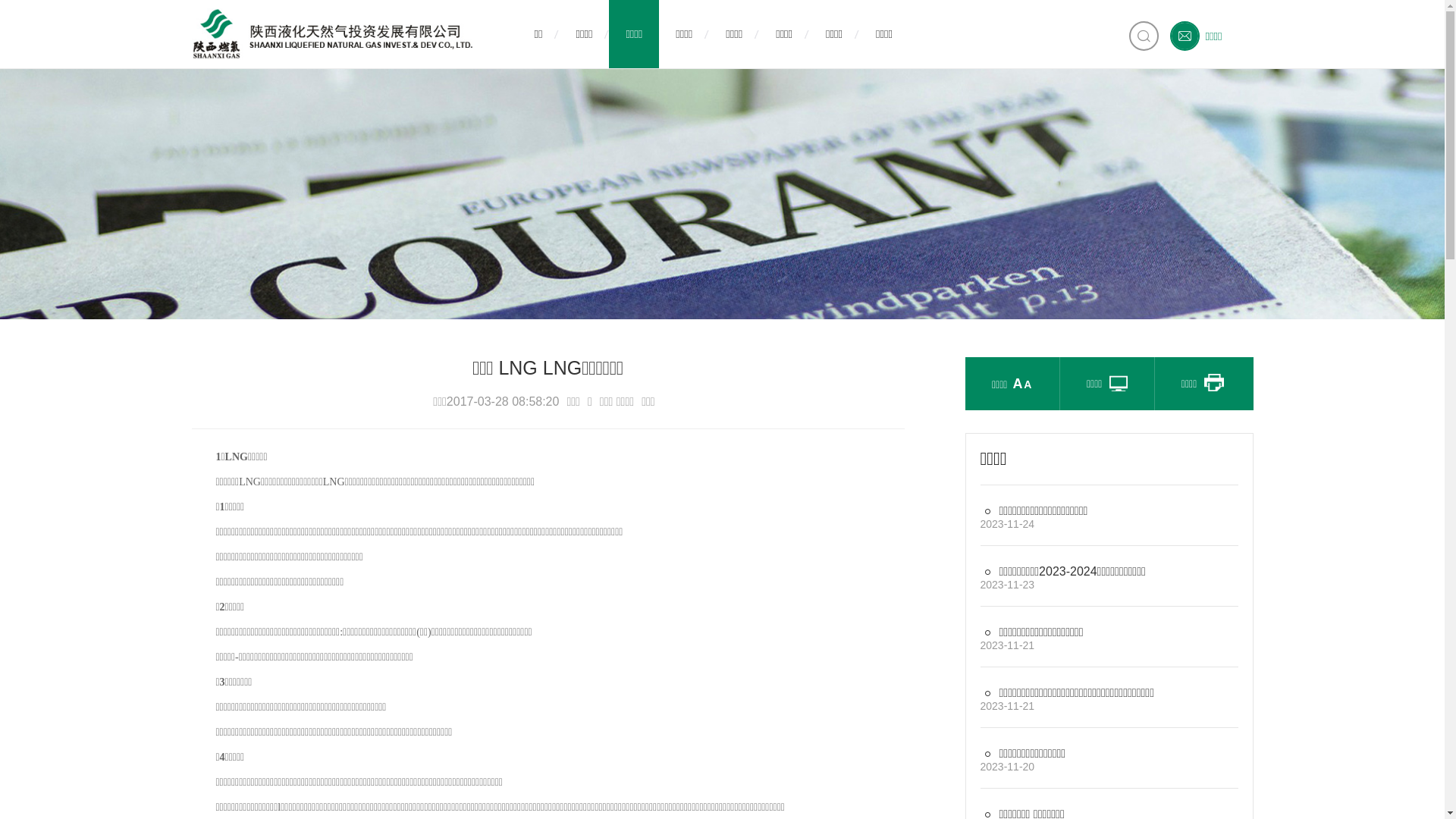 The height and width of the screenshot is (819, 1456). I want to click on 'A', so click(1027, 363).